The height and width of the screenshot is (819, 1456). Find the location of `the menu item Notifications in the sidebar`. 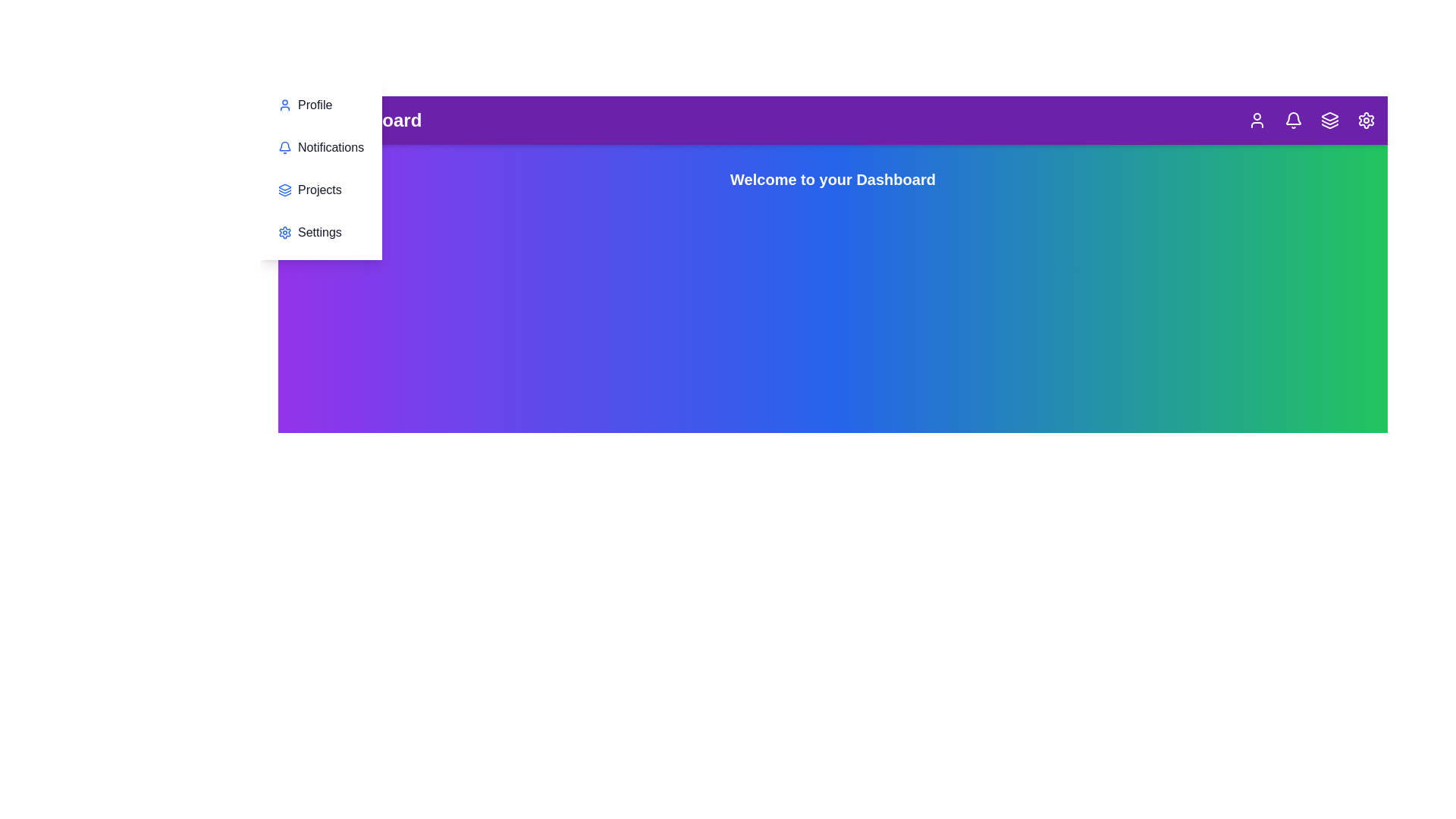

the menu item Notifications in the sidebar is located at coordinates (319, 148).